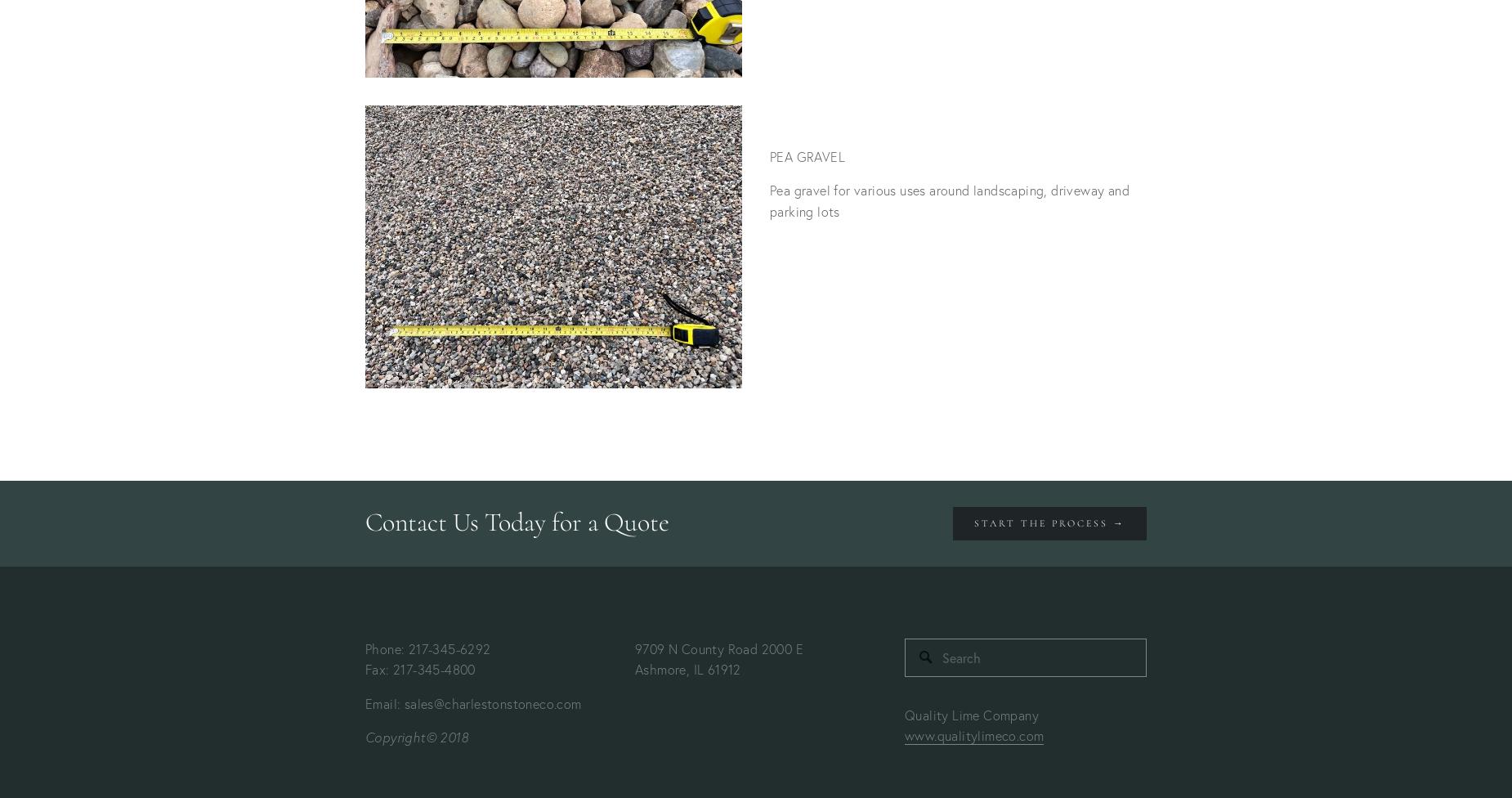  I want to click on '9709 N County Road 2000 E', so click(634, 648).